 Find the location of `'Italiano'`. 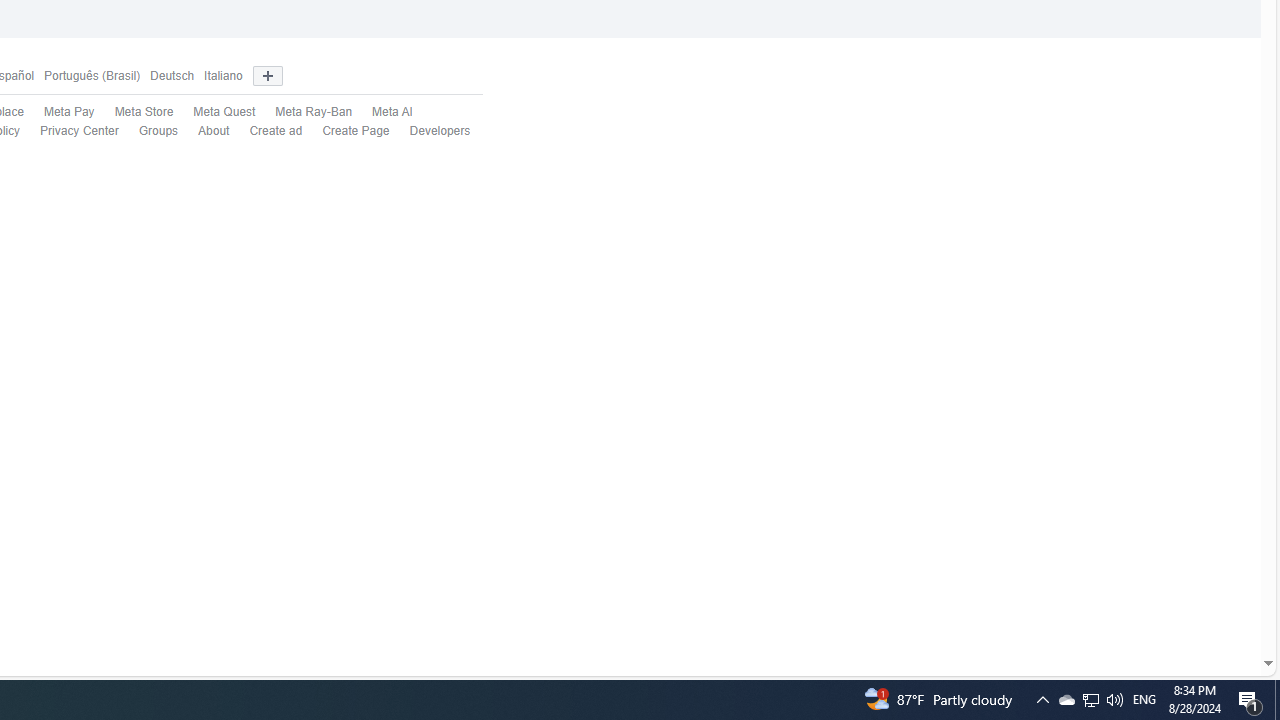

'Italiano' is located at coordinates (223, 75).